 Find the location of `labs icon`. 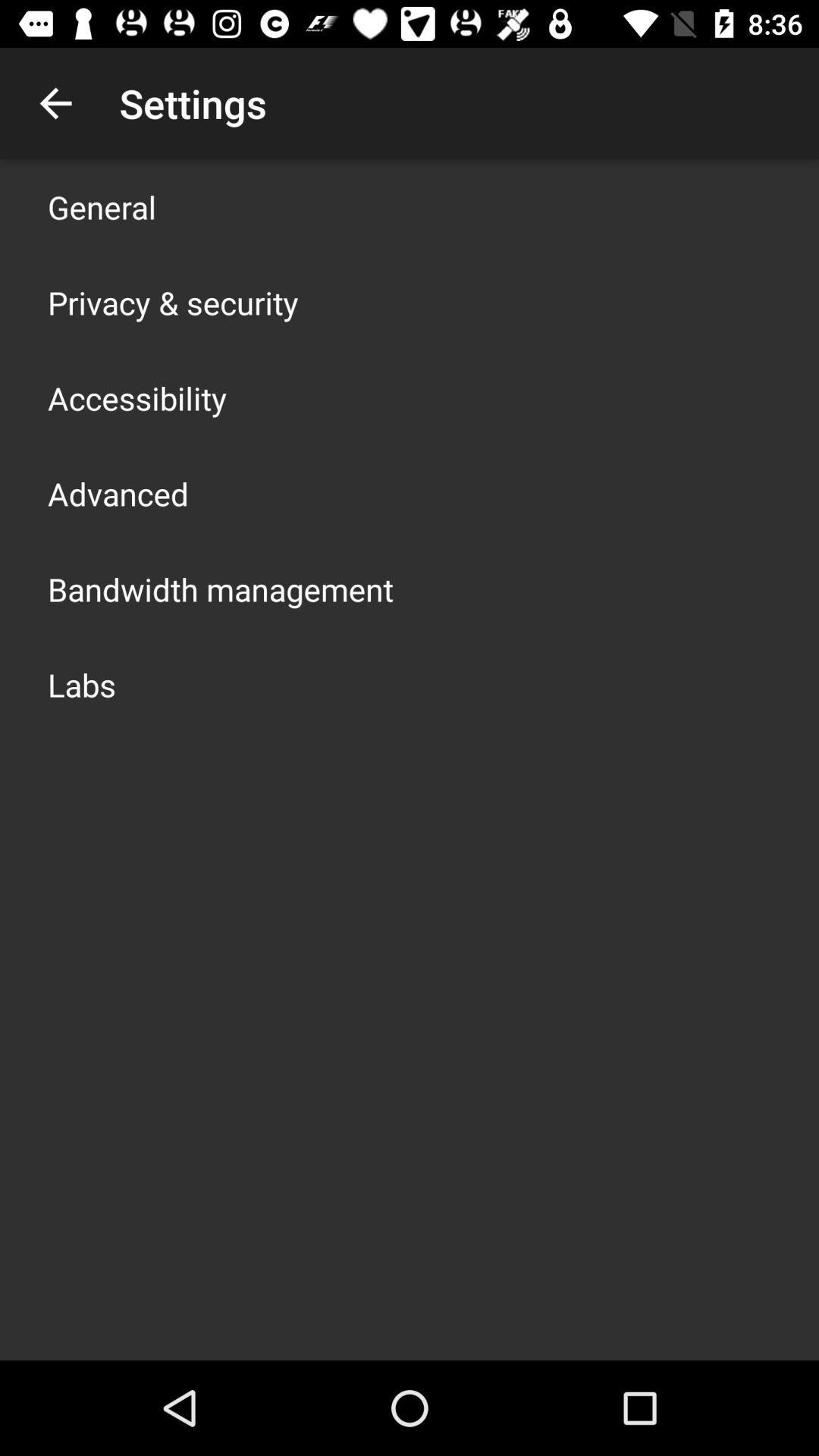

labs icon is located at coordinates (82, 683).